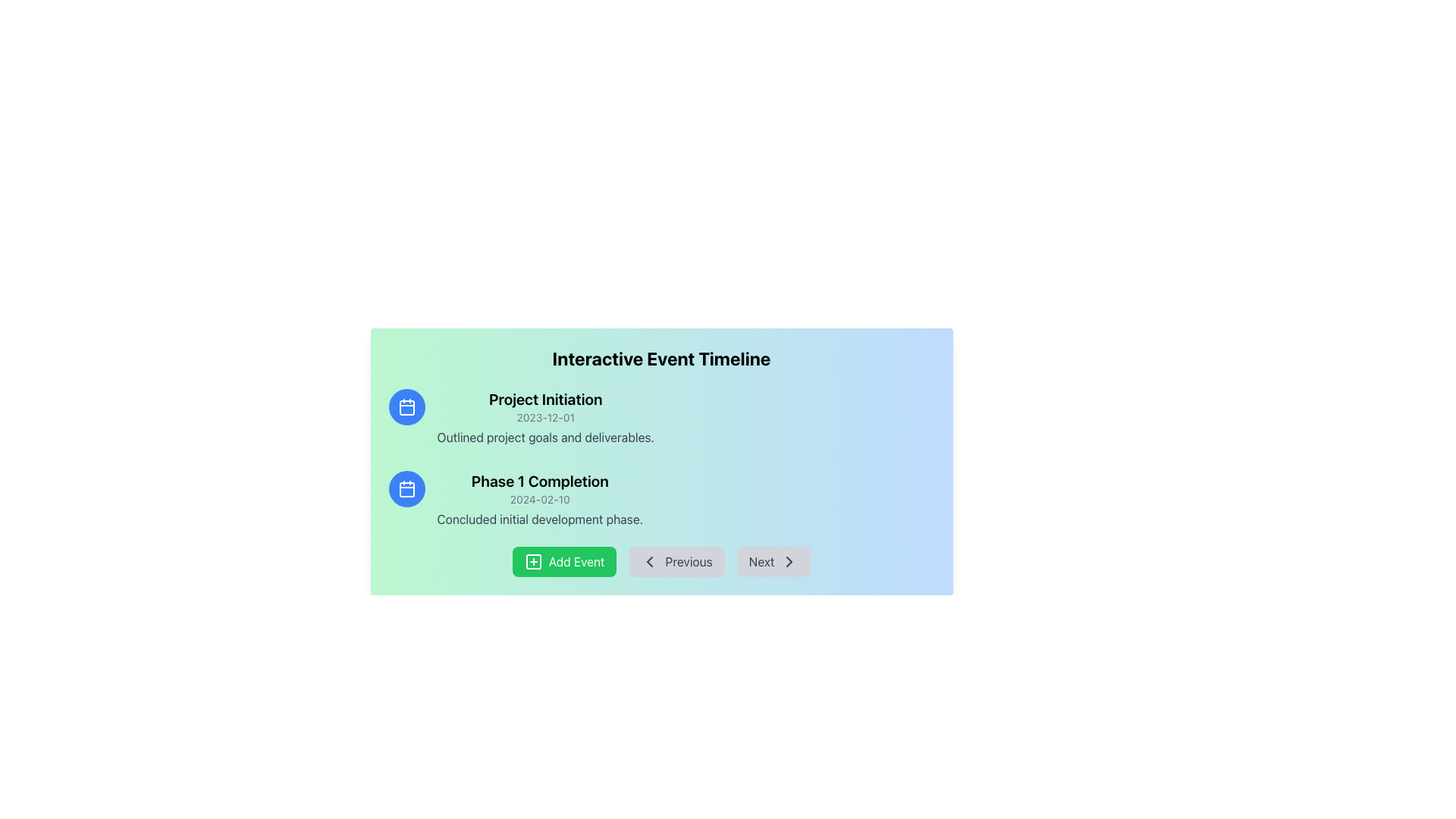 The height and width of the screenshot is (819, 1456). What do you see at coordinates (533, 561) in the screenshot?
I see `the icon within the 'Add Event' button located at the bottom left of the main content area to indicate the action to add a new event to the timeline` at bounding box center [533, 561].